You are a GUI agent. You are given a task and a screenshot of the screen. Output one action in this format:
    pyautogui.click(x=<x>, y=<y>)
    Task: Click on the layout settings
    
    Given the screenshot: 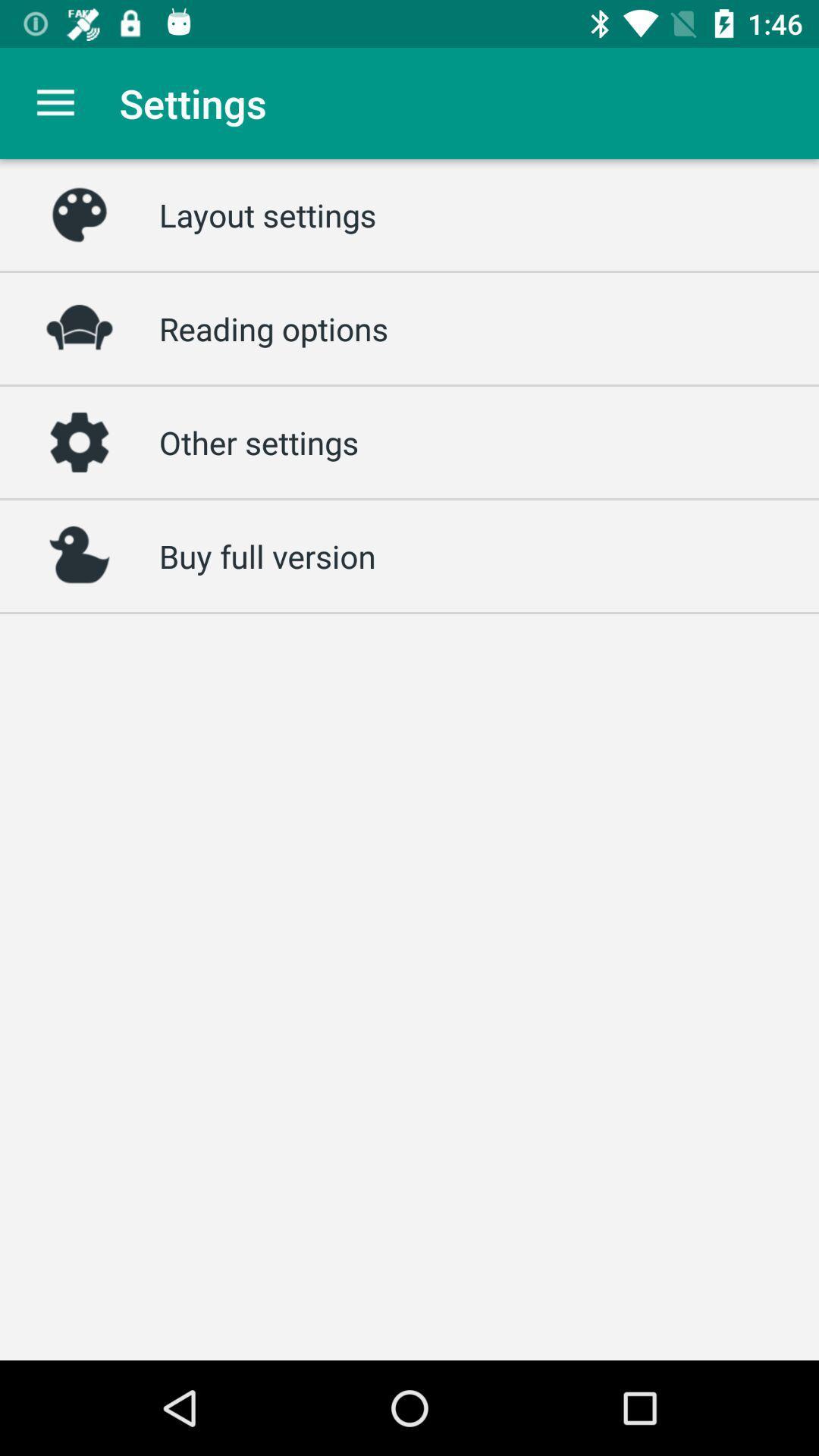 What is the action you would take?
    pyautogui.click(x=267, y=214)
    